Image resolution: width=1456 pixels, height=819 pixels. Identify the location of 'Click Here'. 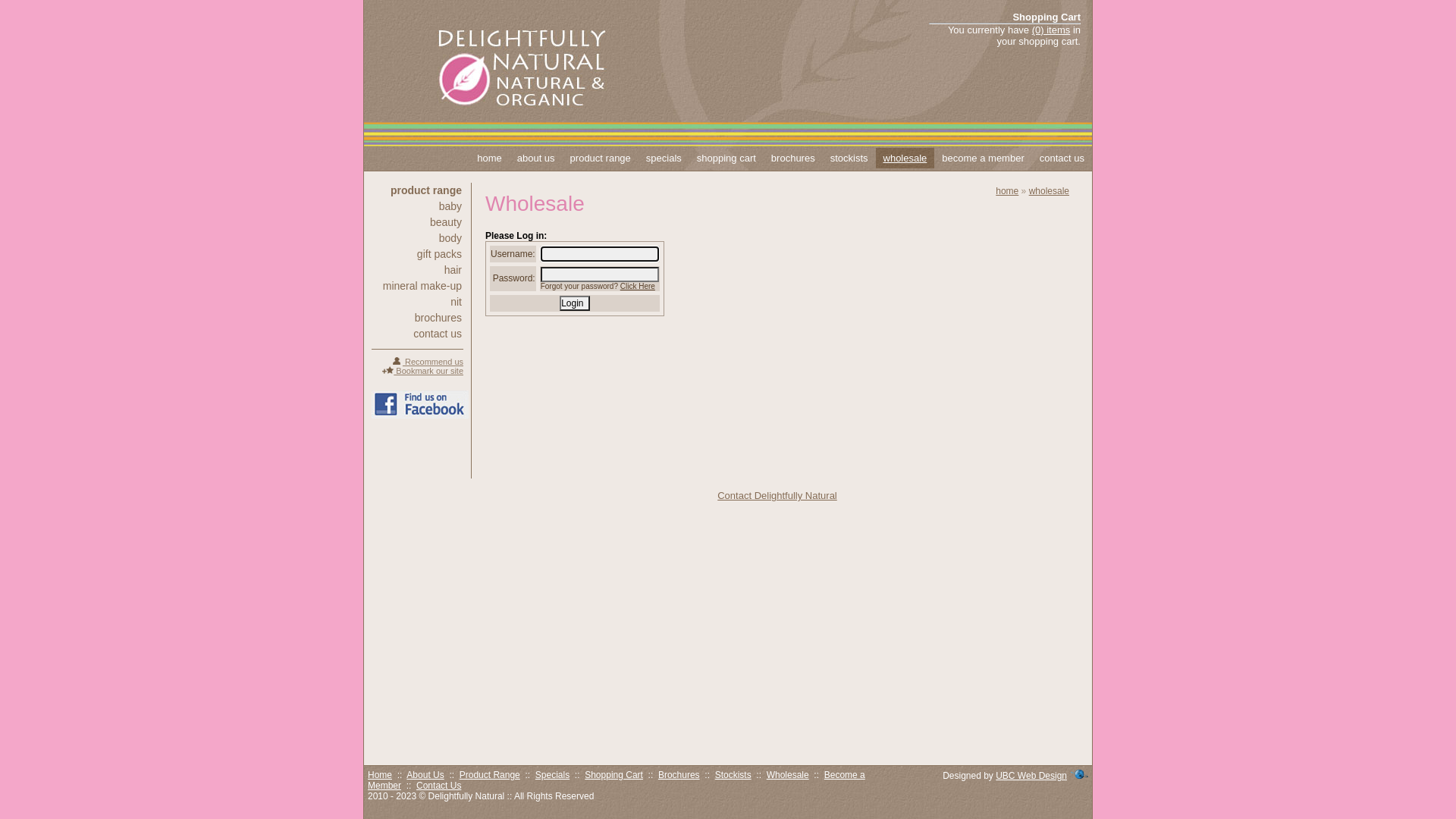
(637, 286).